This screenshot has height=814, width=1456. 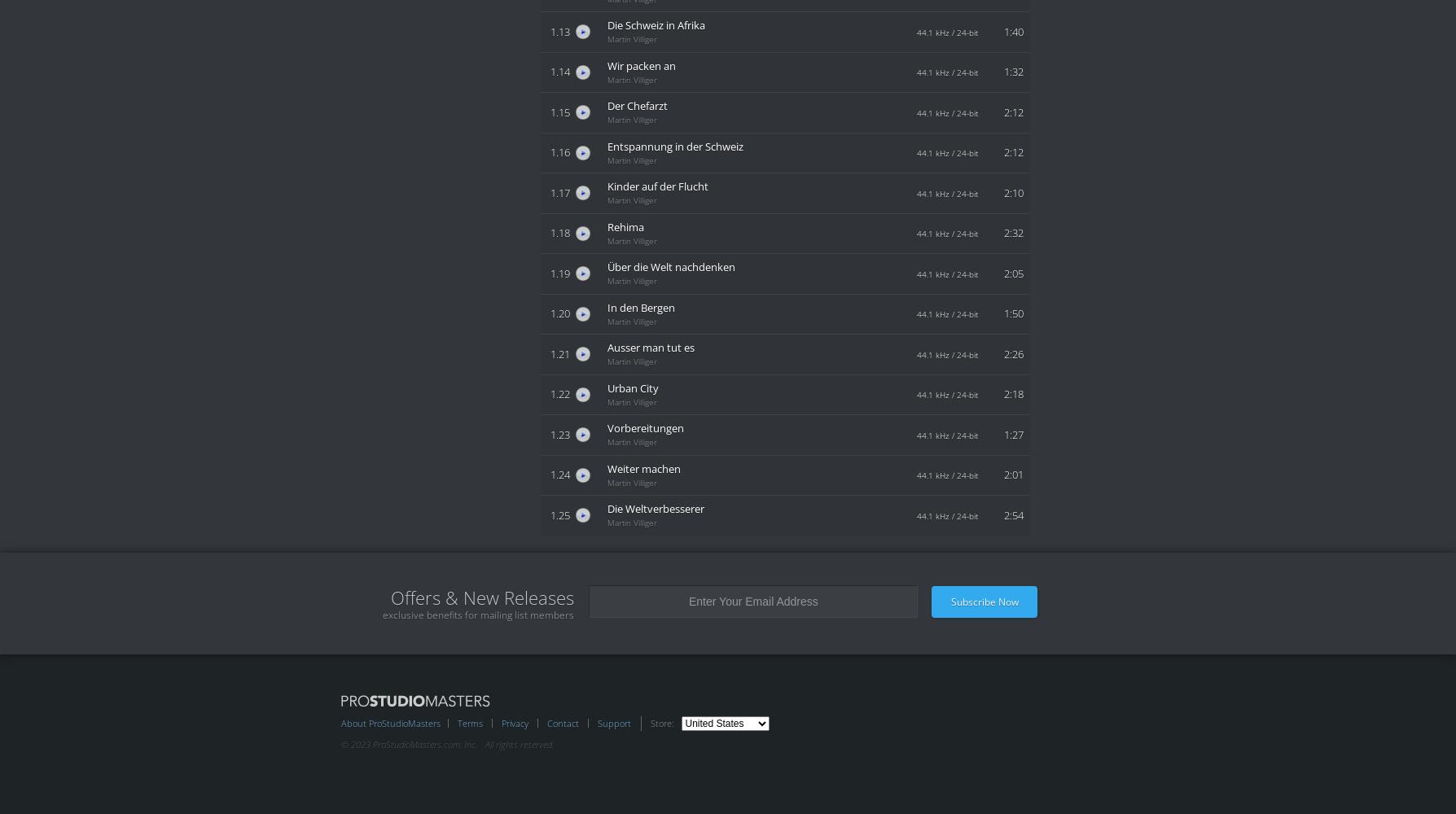 I want to click on 'Urban City', so click(x=632, y=387).